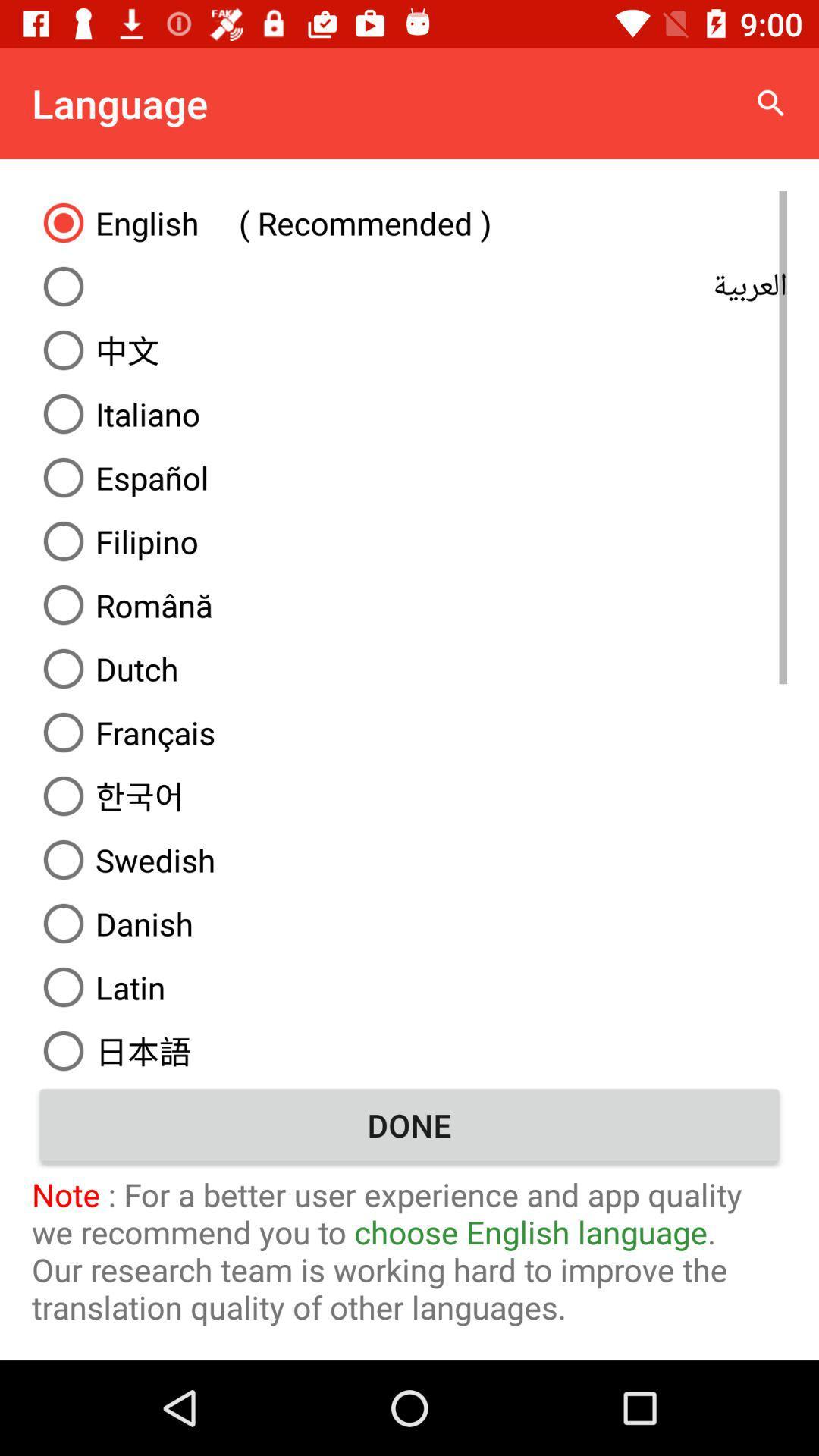 This screenshot has width=819, height=1456. Describe the element at coordinates (409, 476) in the screenshot. I see `icon above filipino item` at that location.